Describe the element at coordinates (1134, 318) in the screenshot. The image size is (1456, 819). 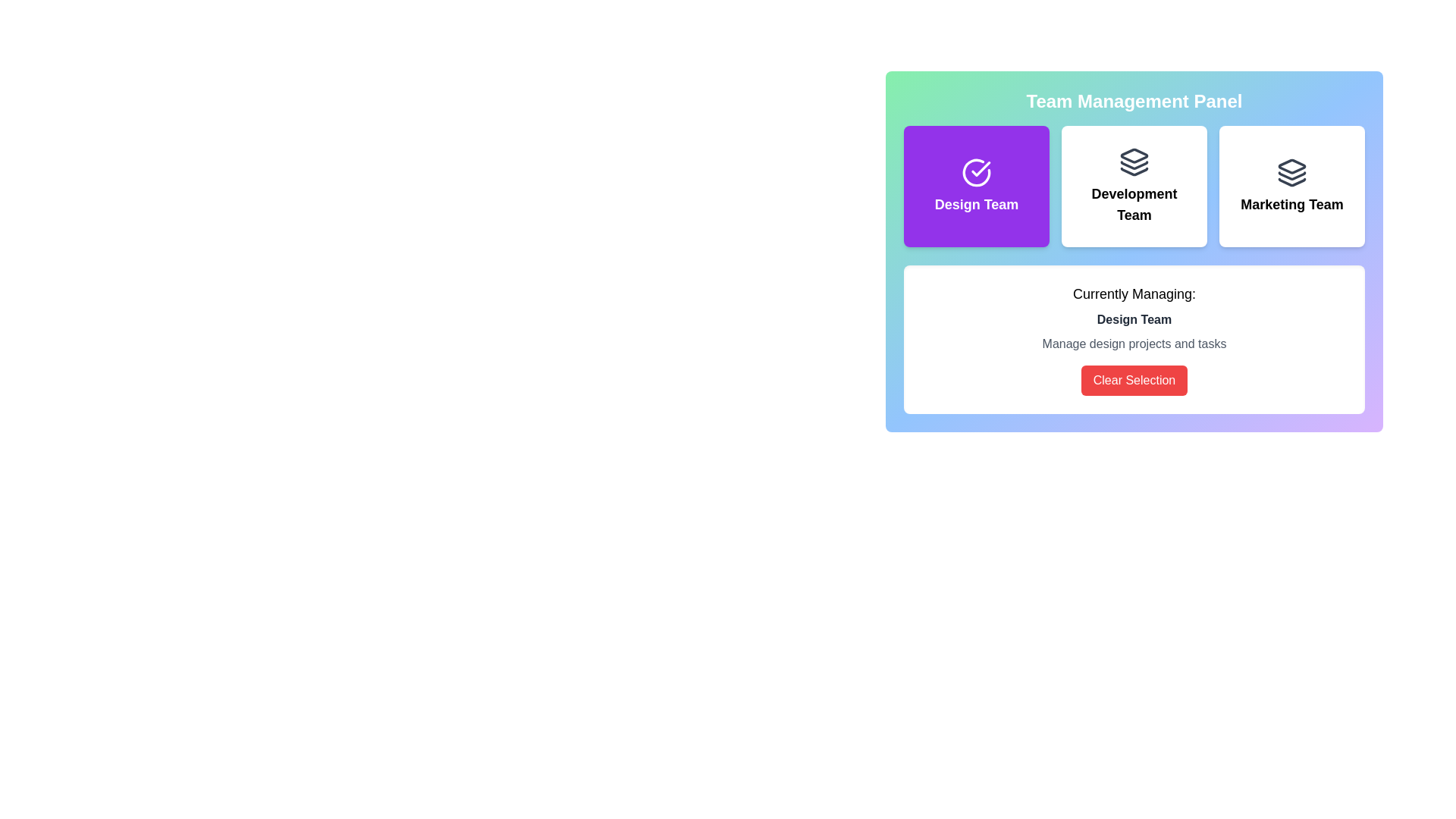
I see `the text label indicating the current team or item being managed, which is located below the title 'Currently Managing:' and above the descriptive text 'Manage design projects and tasks'` at that location.